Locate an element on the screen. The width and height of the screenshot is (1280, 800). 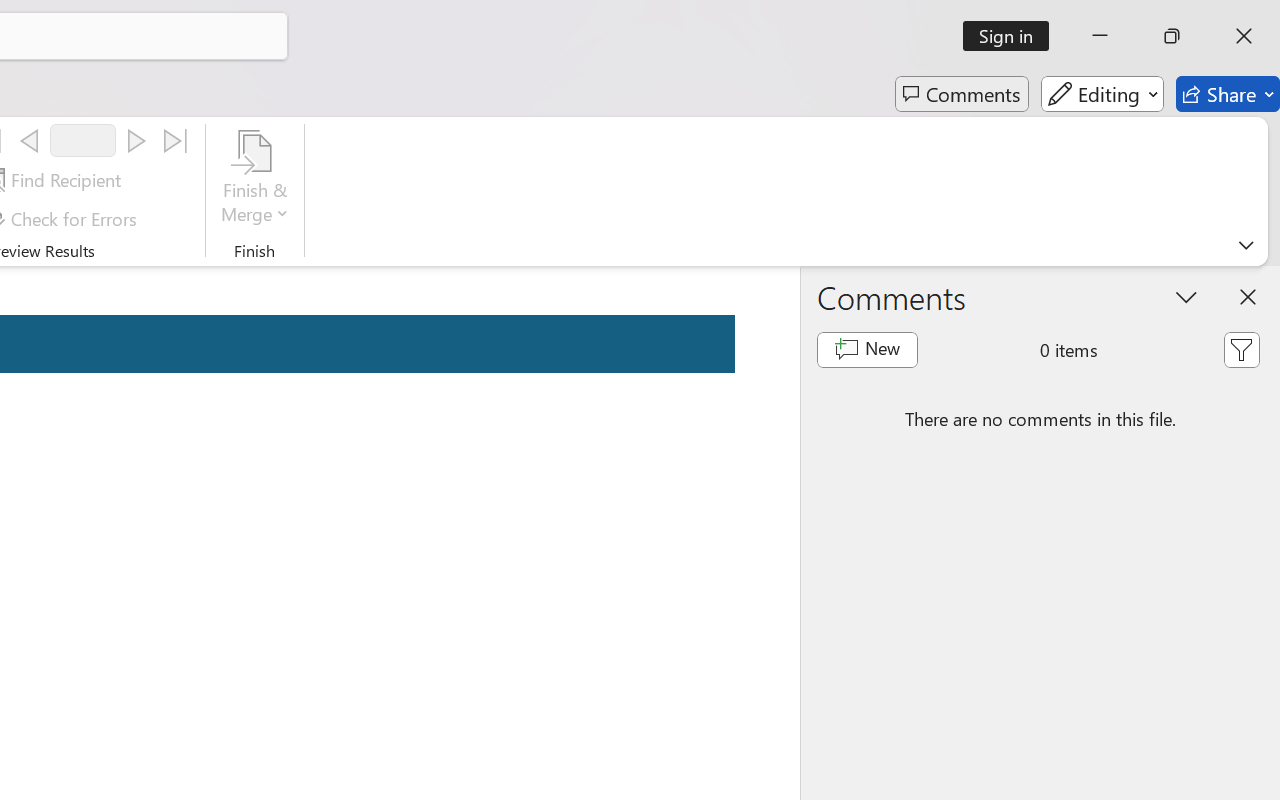
'Next' is located at coordinates (135, 141).